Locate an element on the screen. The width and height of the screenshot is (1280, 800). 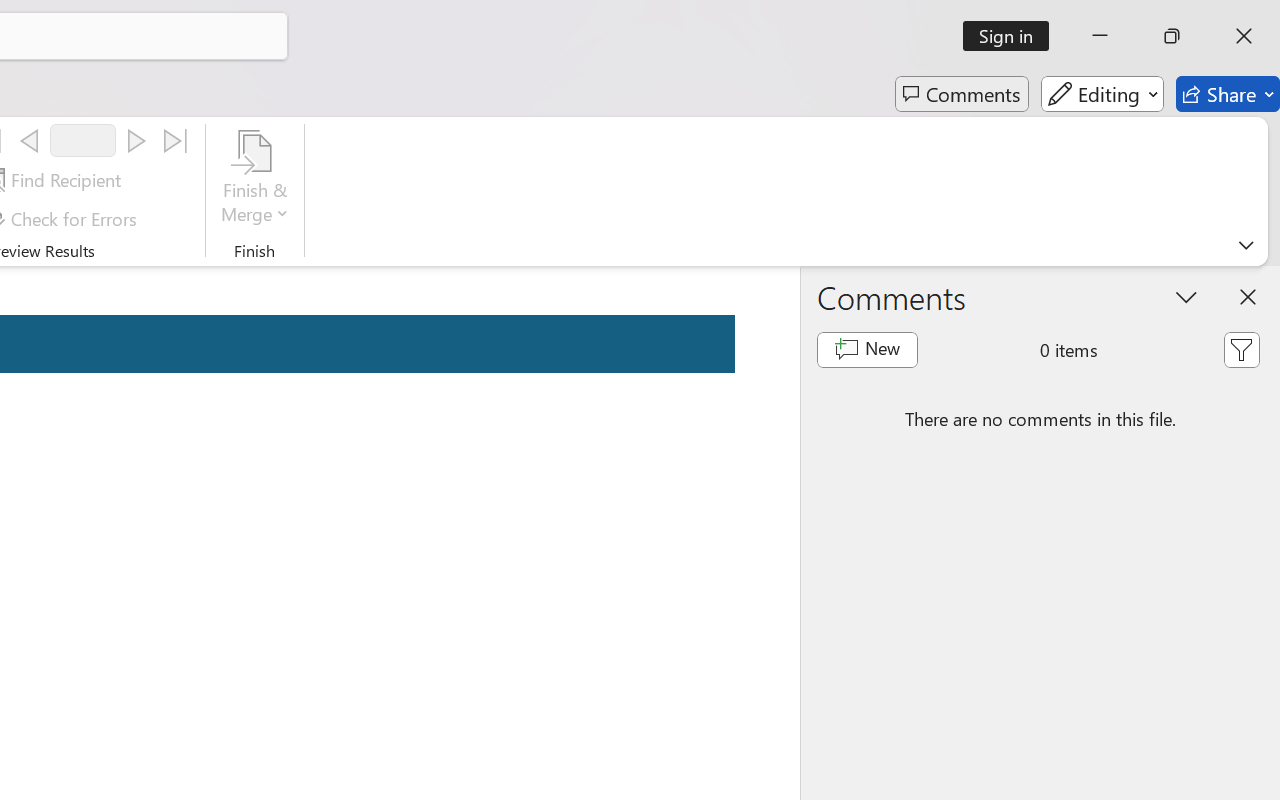
'Next' is located at coordinates (135, 141).